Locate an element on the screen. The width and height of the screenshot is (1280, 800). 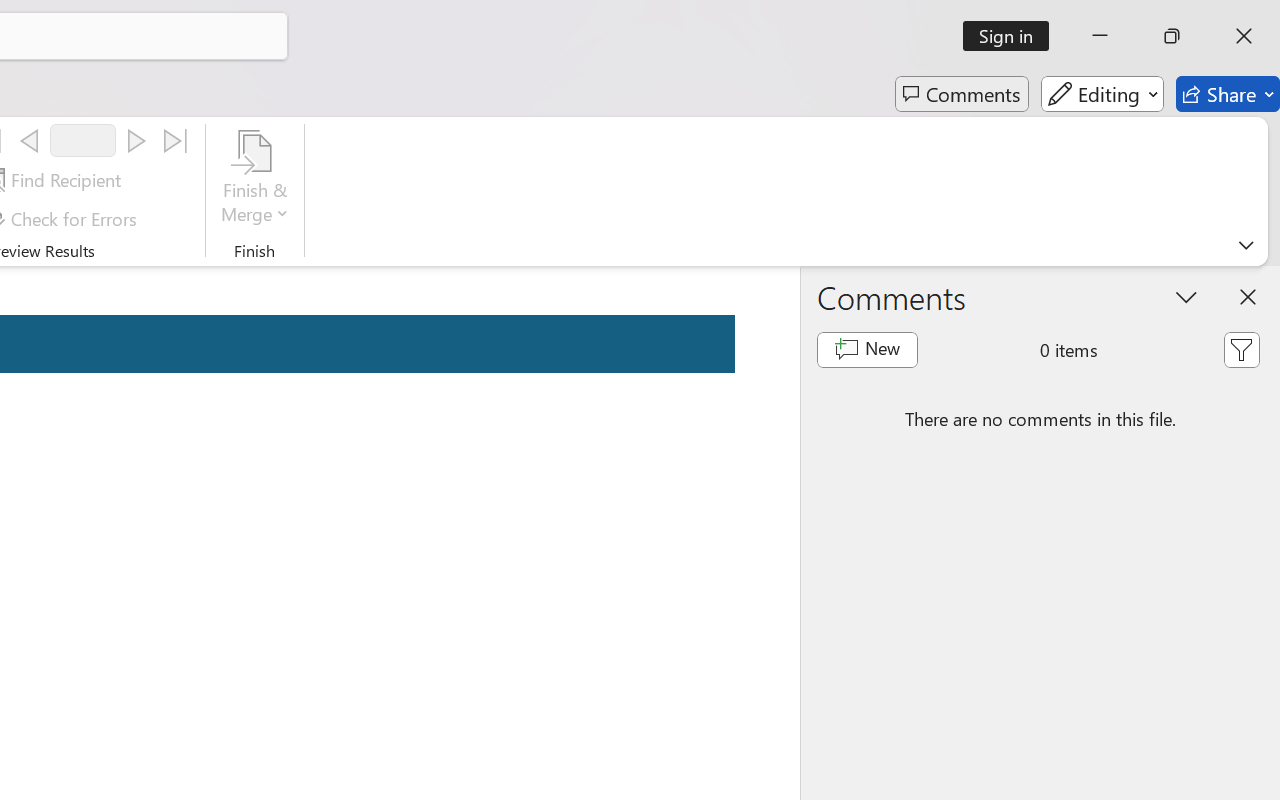
'Next' is located at coordinates (135, 141).